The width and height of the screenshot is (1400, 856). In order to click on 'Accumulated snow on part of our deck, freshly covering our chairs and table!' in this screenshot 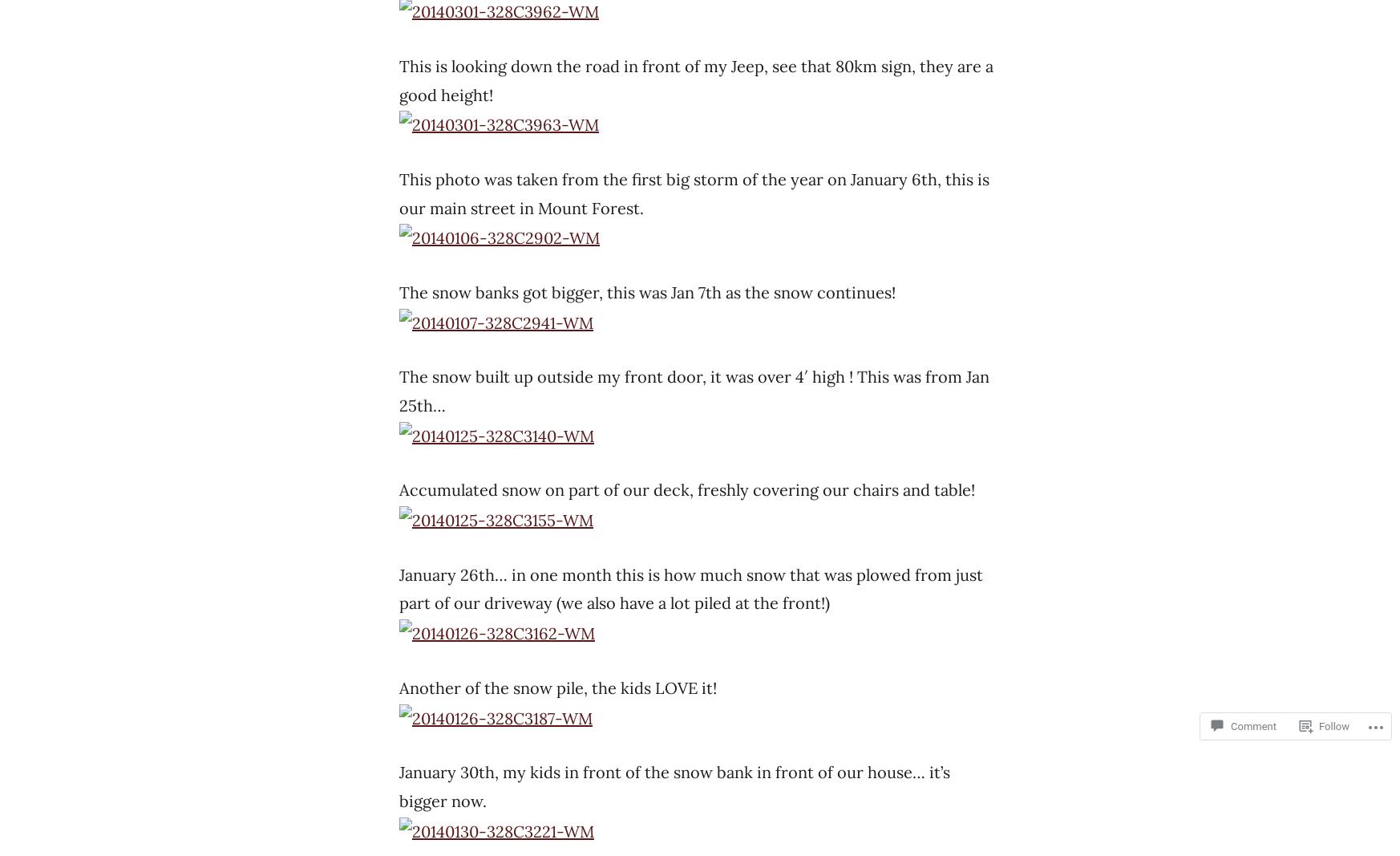, I will do `click(686, 489)`.